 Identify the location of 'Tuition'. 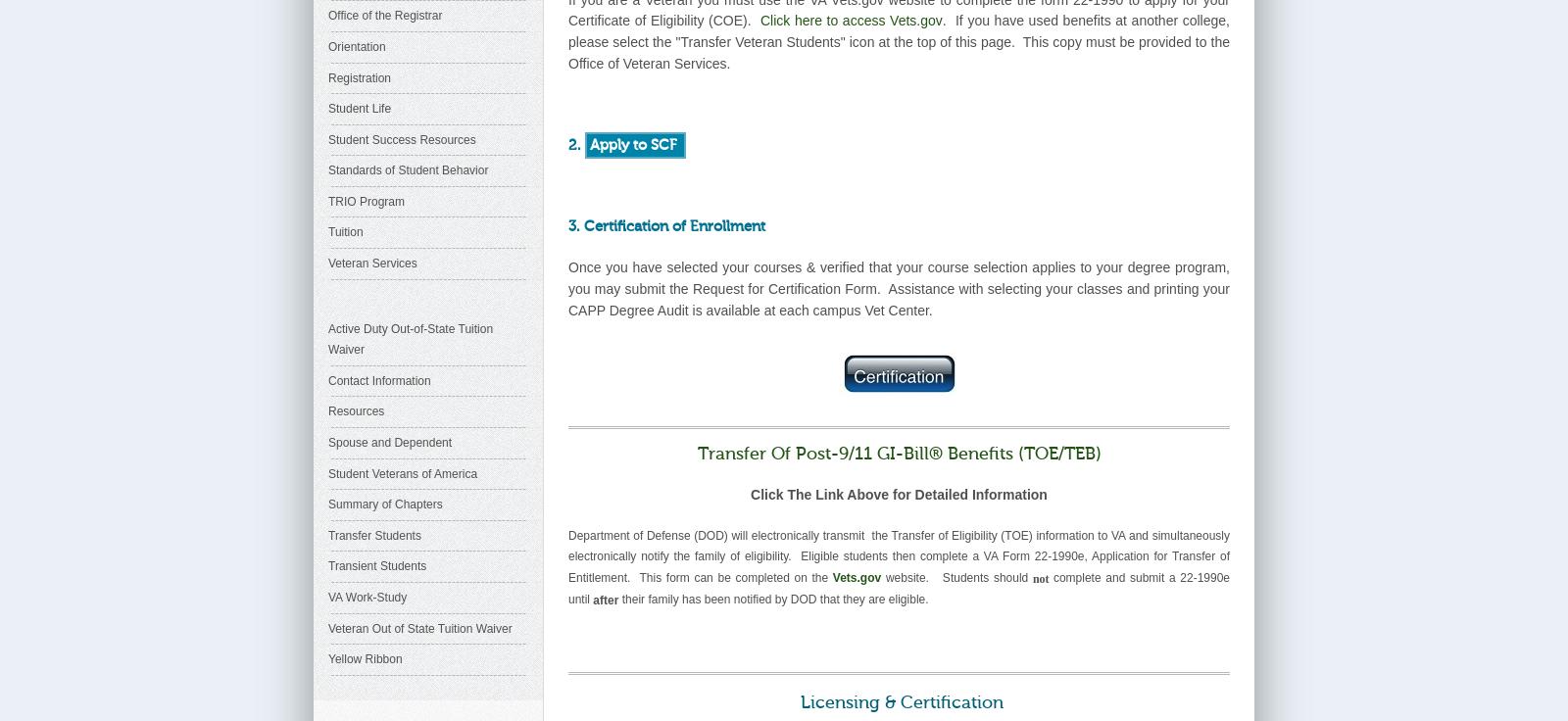
(328, 231).